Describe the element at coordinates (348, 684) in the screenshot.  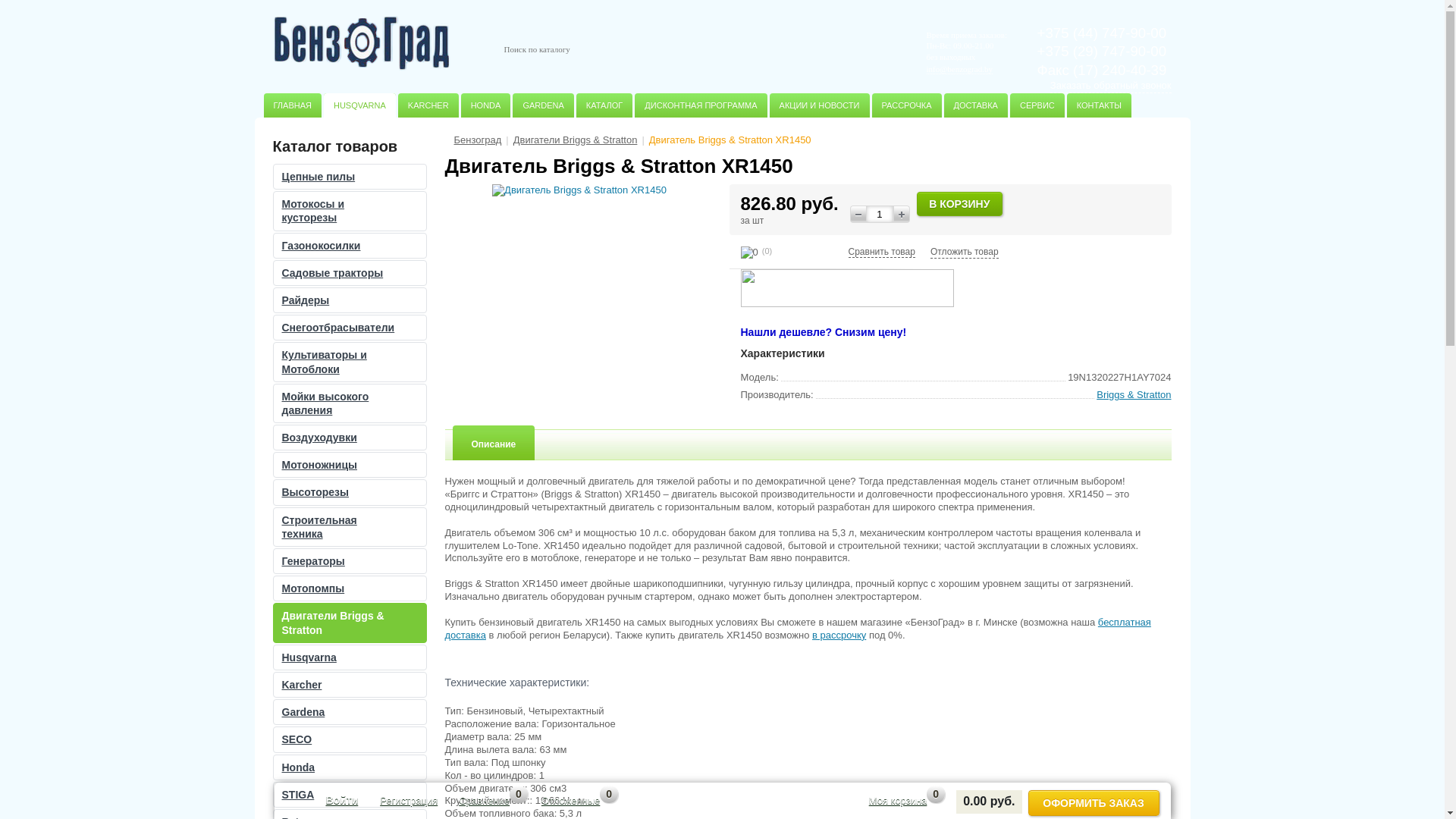
I see `'Karcher'` at that location.